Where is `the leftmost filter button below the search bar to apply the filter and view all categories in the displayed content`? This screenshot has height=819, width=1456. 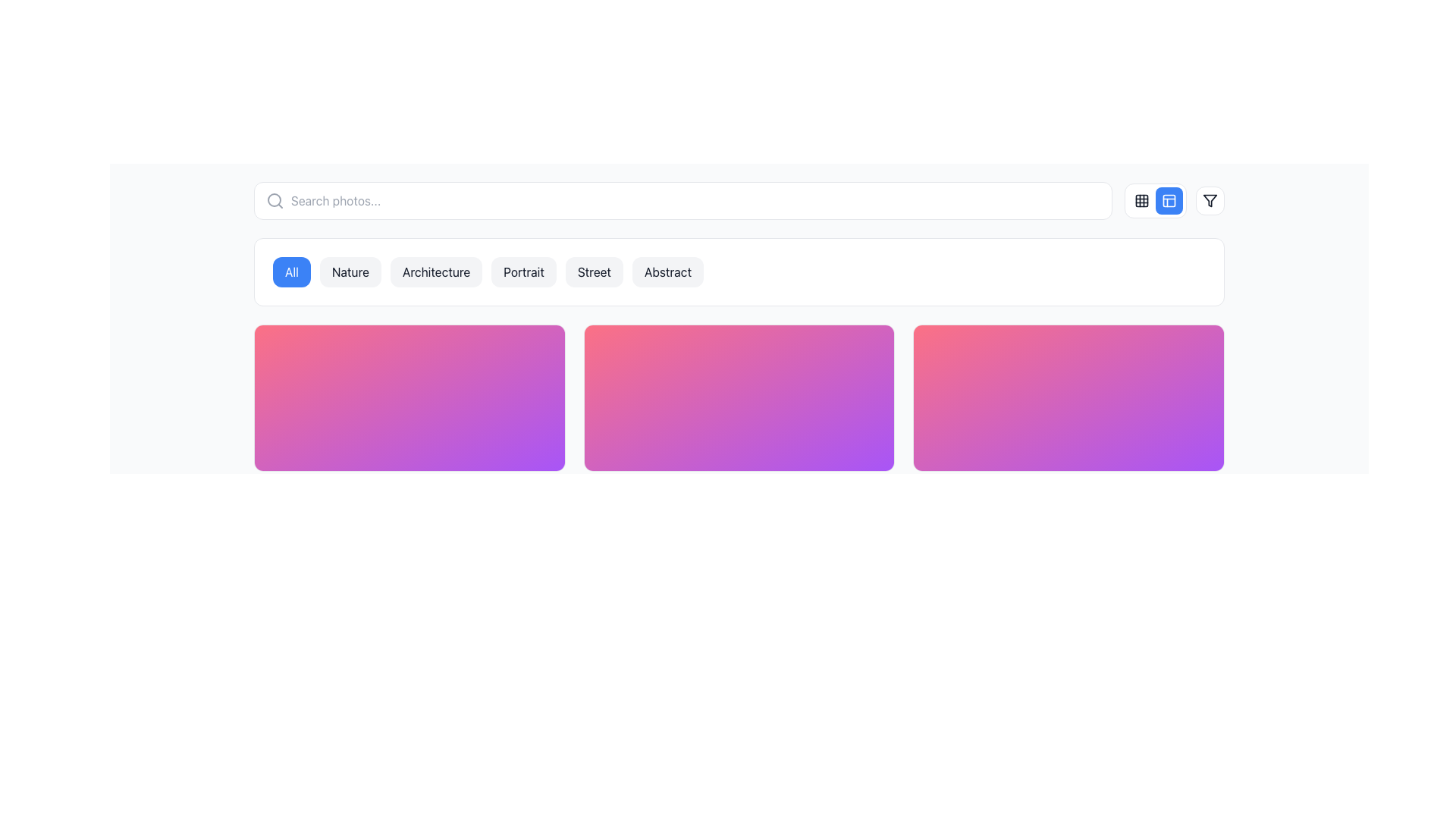
the leftmost filter button below the search bar to apply the filter and view all categories in the displayed content is located at coordinates (291, 271).